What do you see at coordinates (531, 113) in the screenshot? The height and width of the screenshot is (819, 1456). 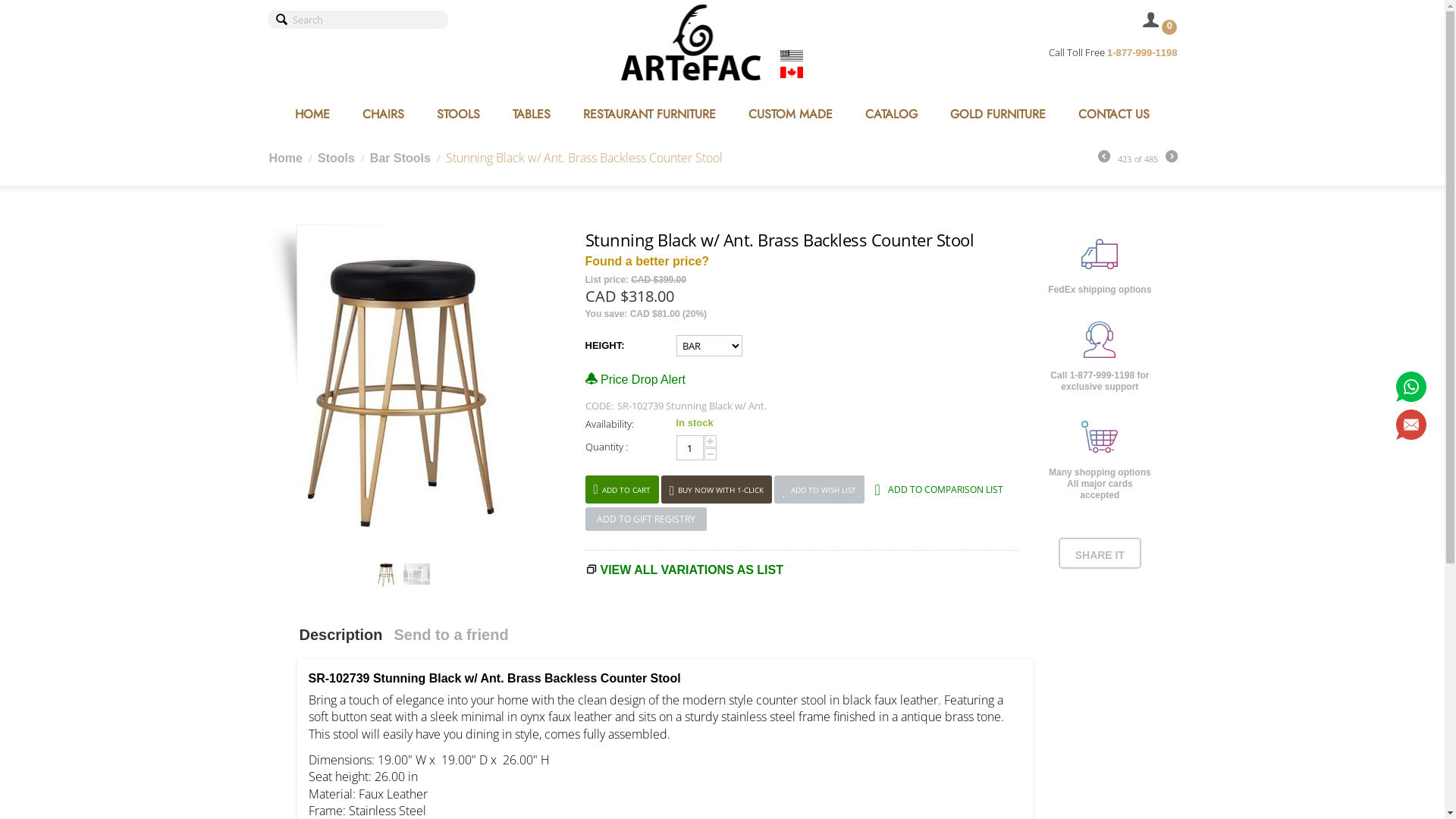 I see `'TABLES'` at bounding box center [531, 113].